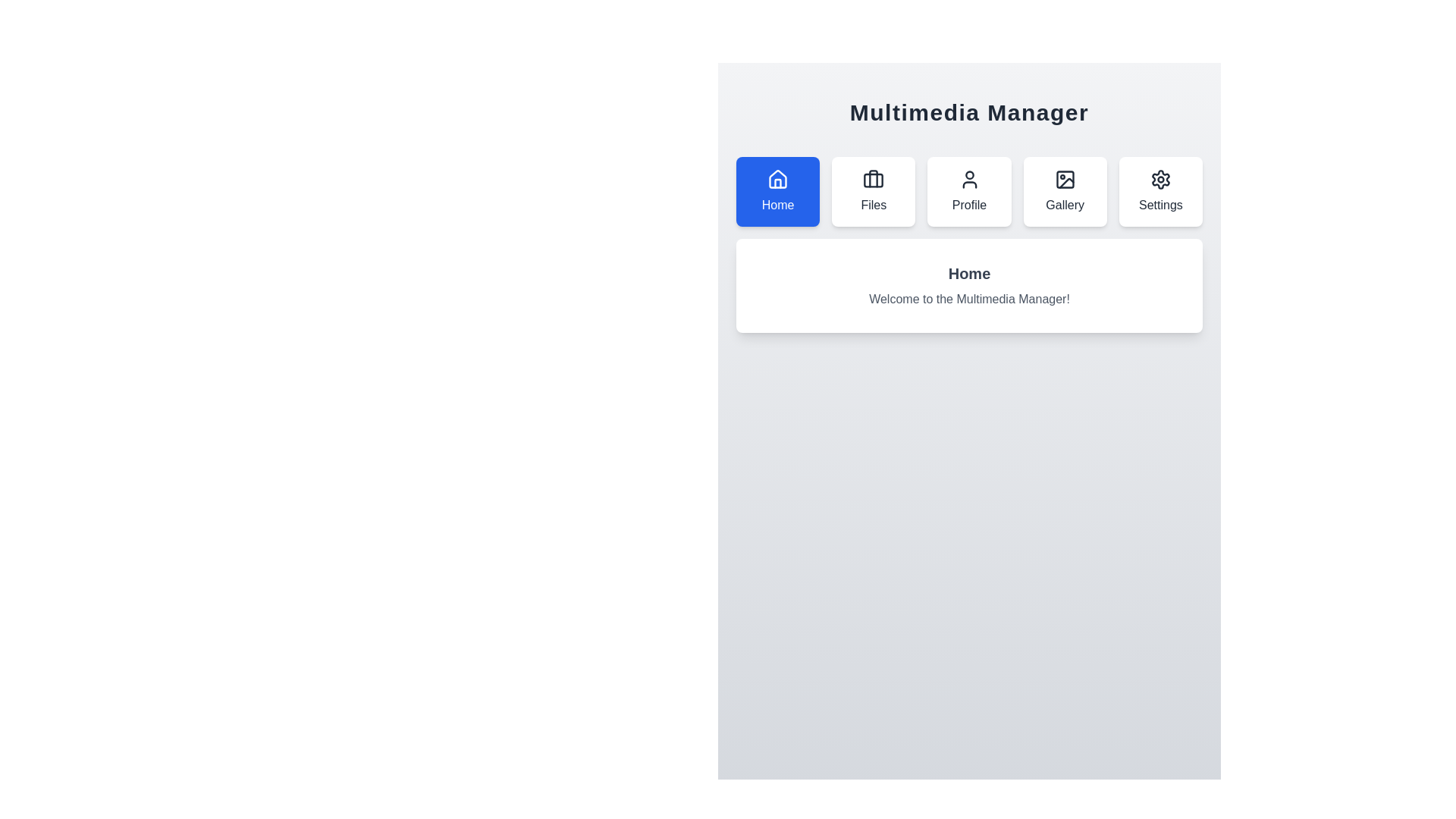 The image size is (1456, 819). Describe the element at coordinates (1159, 191) in the screenshot. I see `the 'Settings' button with a cogwheel icon located at the far right of the navigation bar to observe its hover effects` at that location.